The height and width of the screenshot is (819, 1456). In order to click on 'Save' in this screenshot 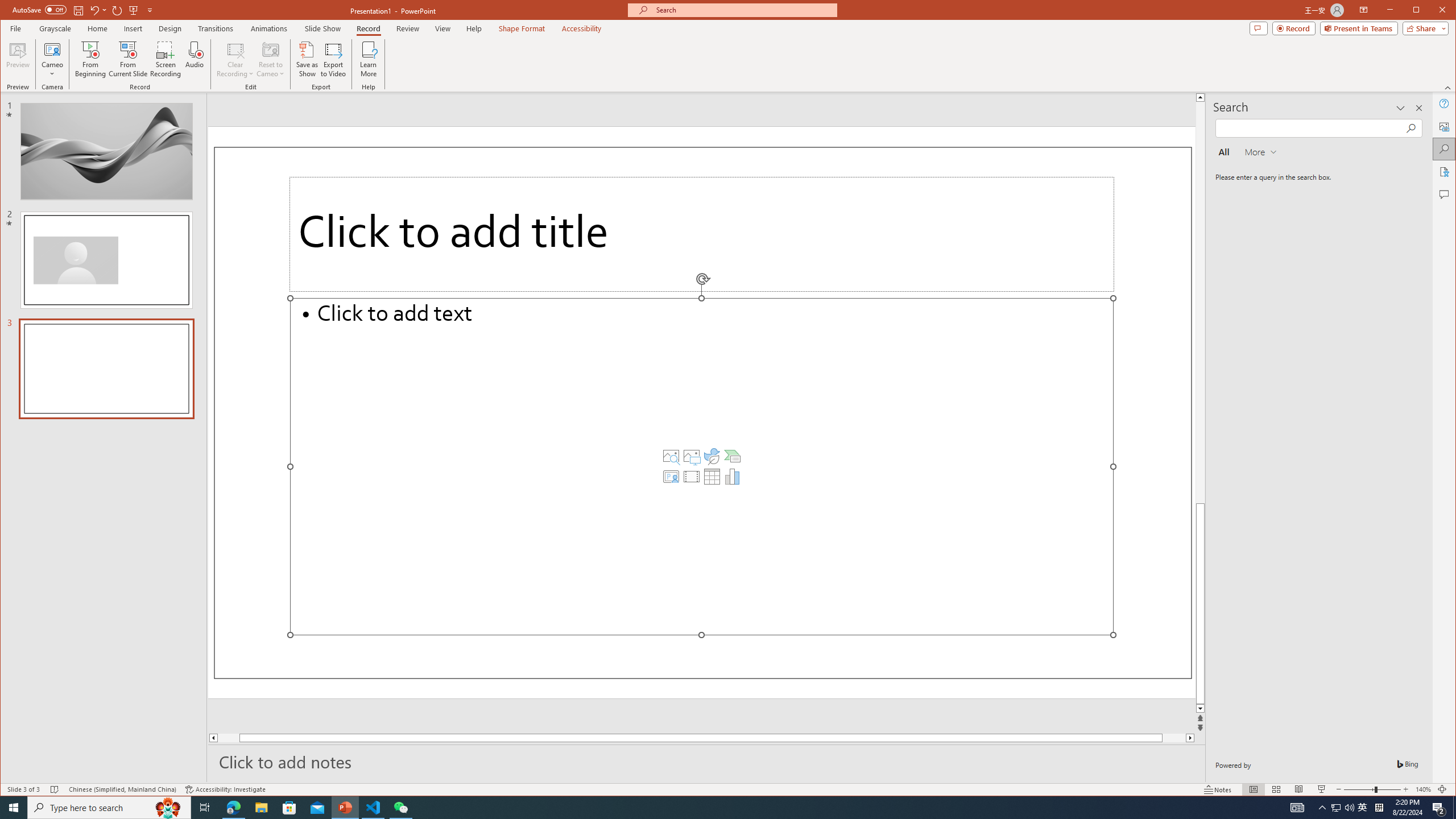, I will do `click(77, 9)`.